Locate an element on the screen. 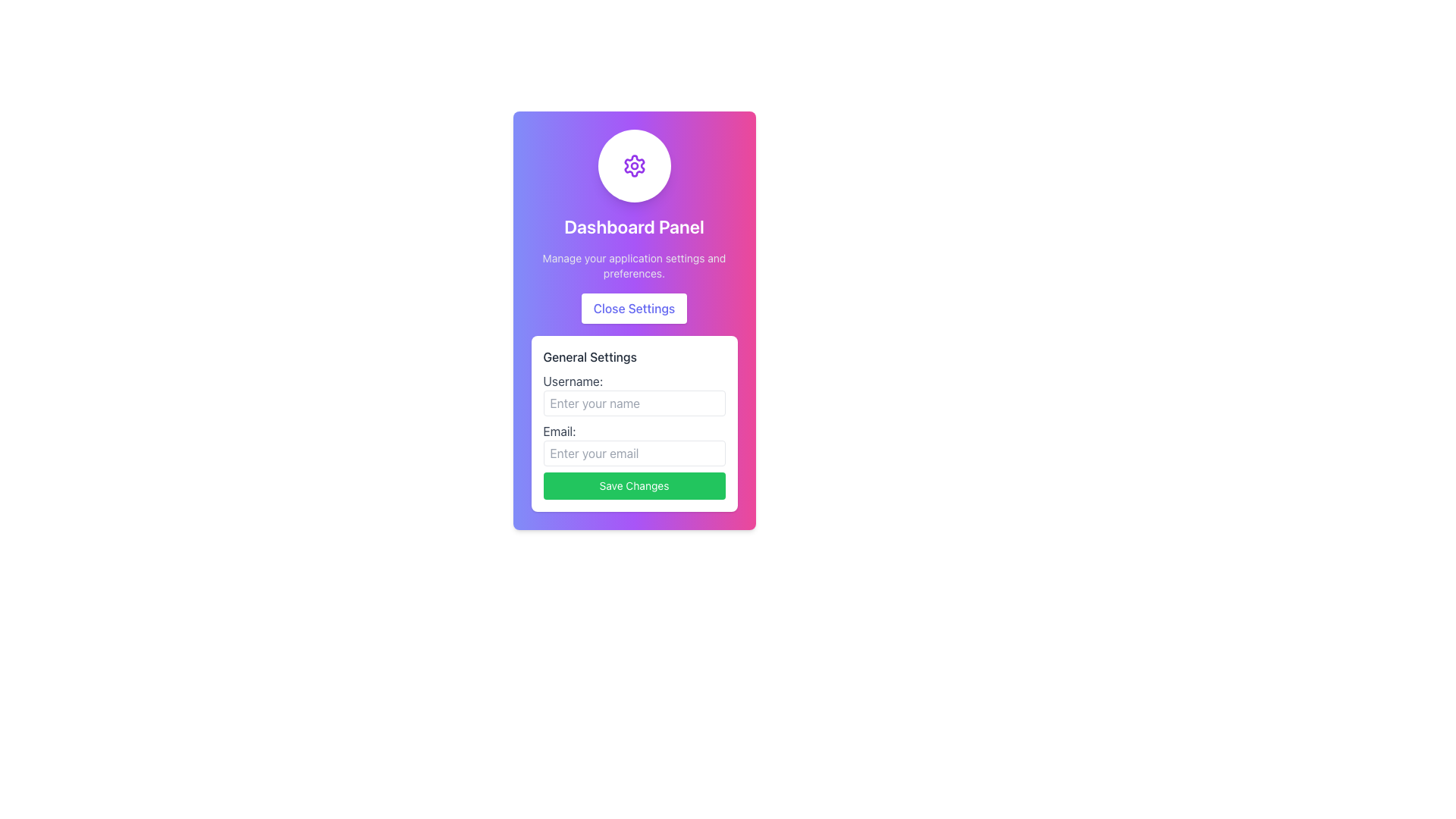  on the text input field for the user's name, located under the 'Username:' label in the 'General Settings' section is located at coordinates (634, 403).